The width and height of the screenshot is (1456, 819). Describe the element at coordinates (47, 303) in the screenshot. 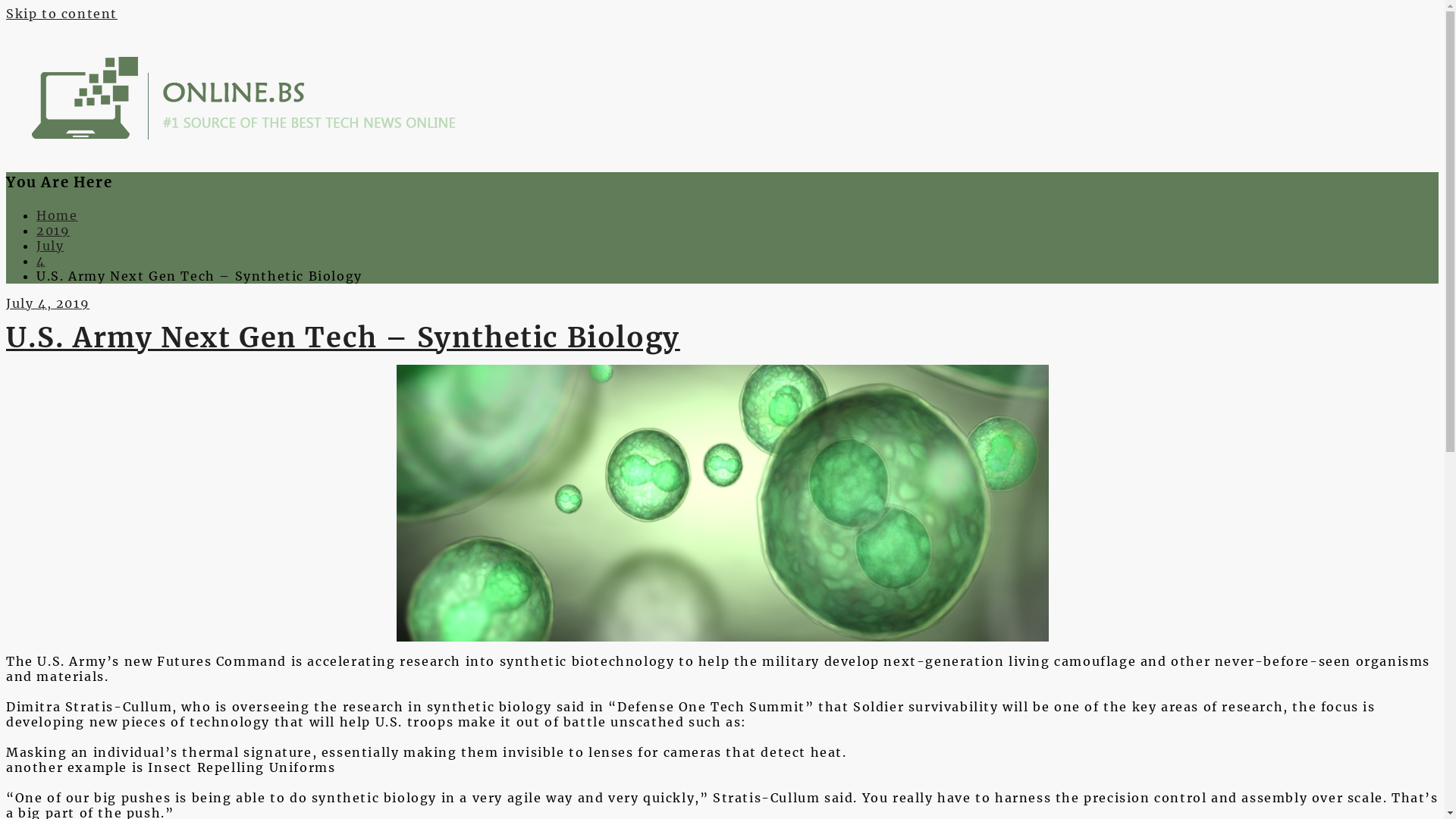

I see `'July 4, 2019'` at that location.